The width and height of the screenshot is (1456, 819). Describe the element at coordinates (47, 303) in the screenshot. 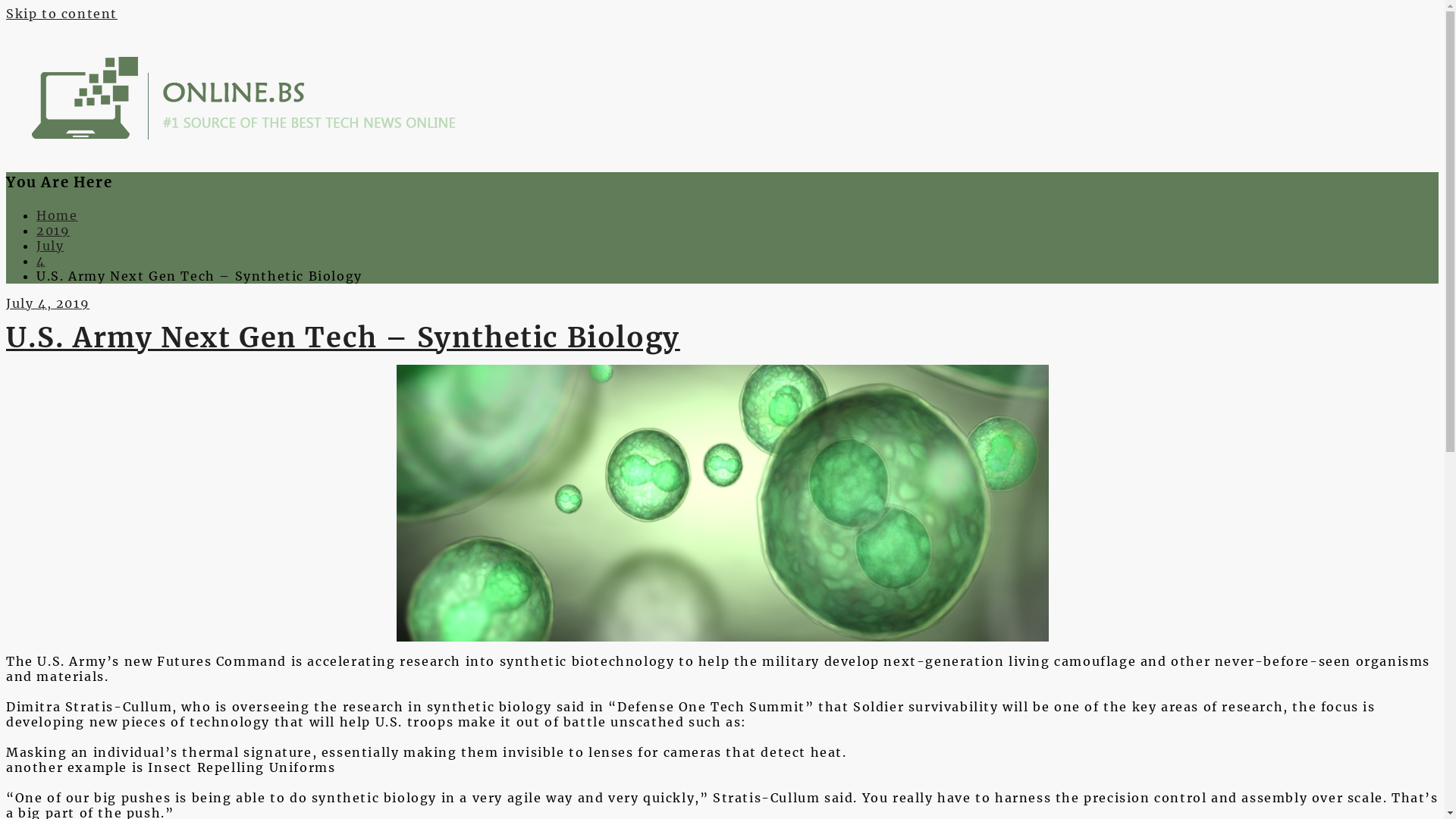

I see `'July 4, 2019'` at that location.